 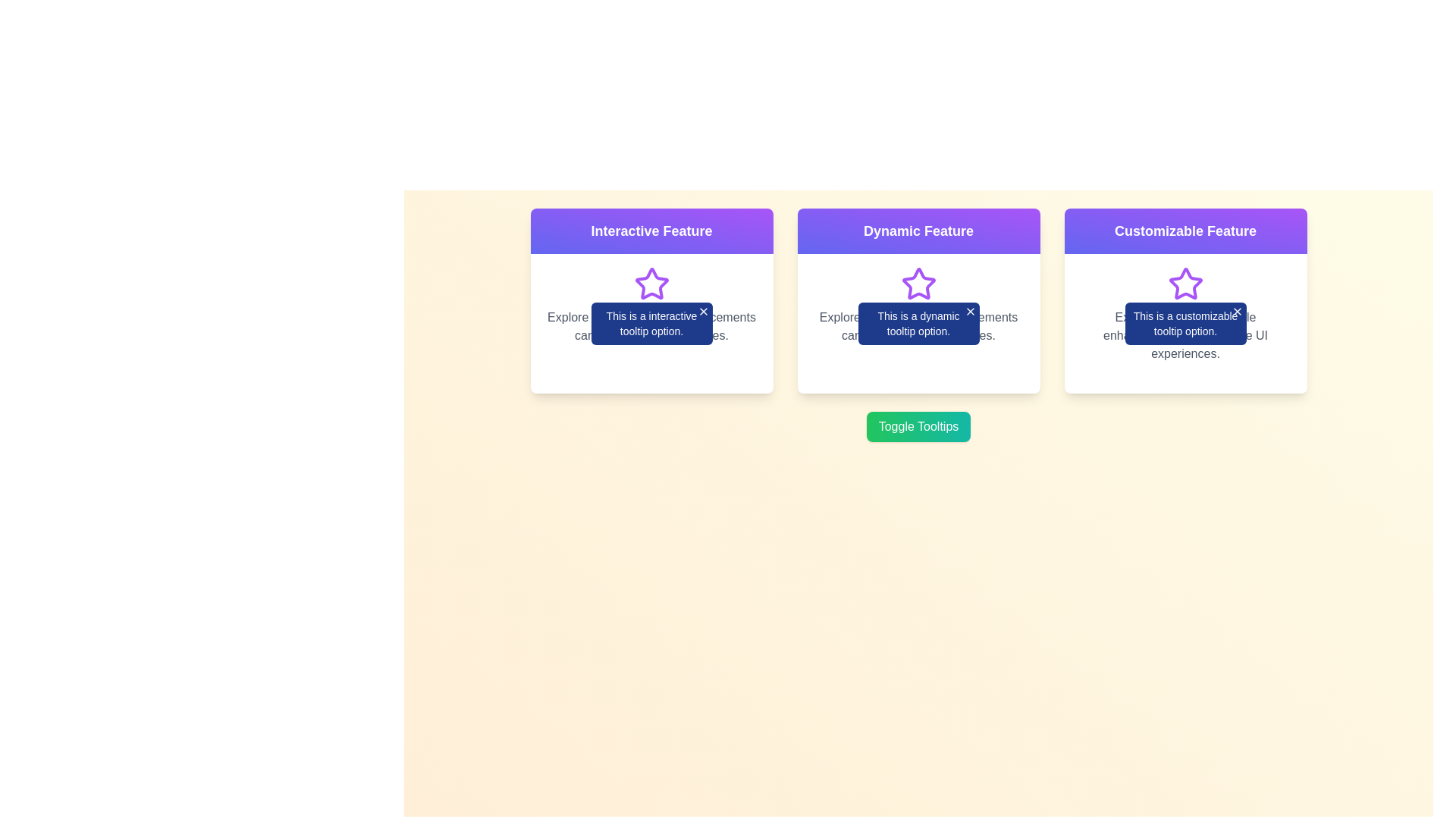 I want to click on the button with a green-to-teal gradient background and white text reading 'Toggle Tooltips', so click(x=918, y=427).